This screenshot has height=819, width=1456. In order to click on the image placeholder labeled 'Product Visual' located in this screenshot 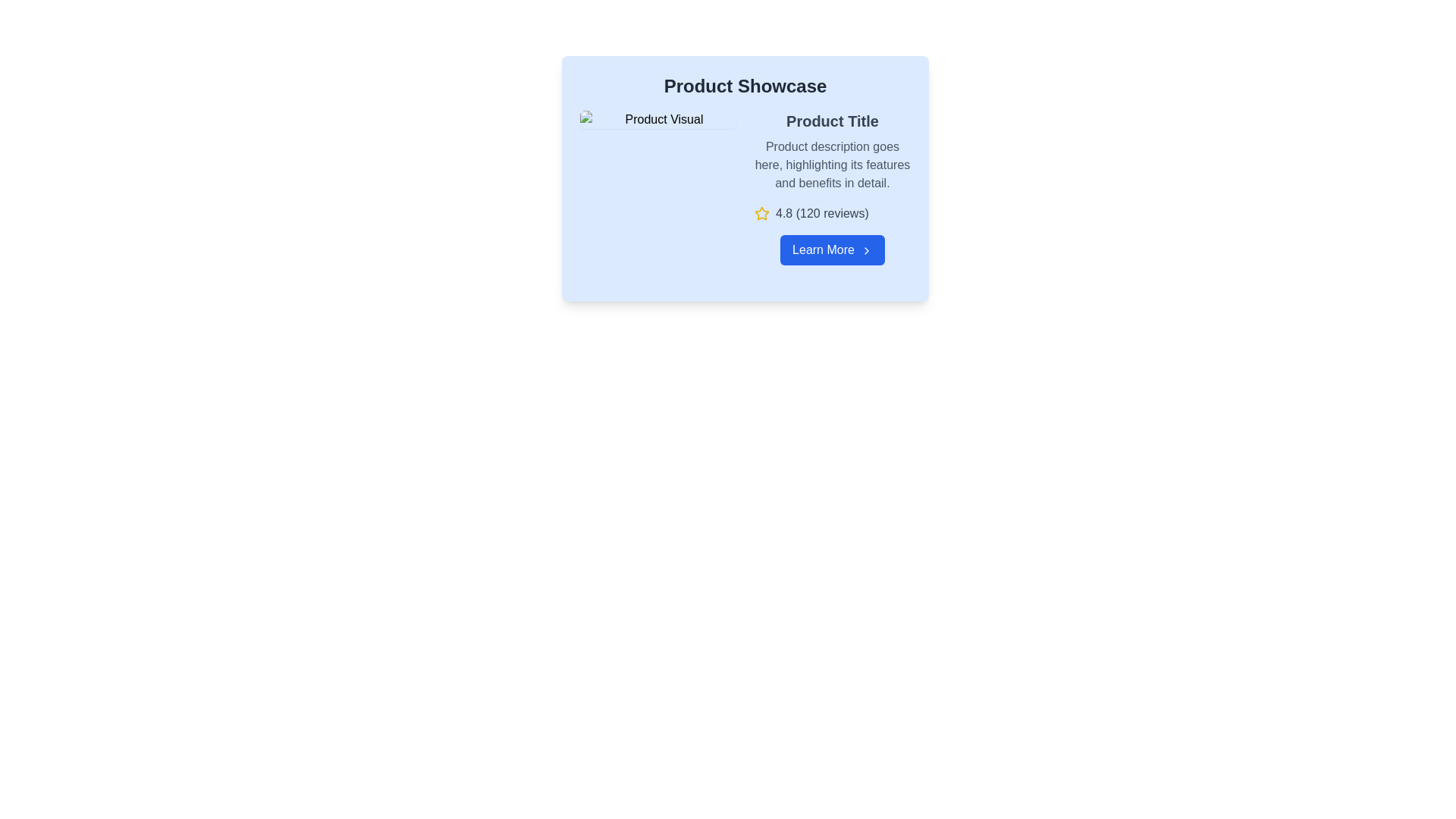, I will do `click(658, 119)`.